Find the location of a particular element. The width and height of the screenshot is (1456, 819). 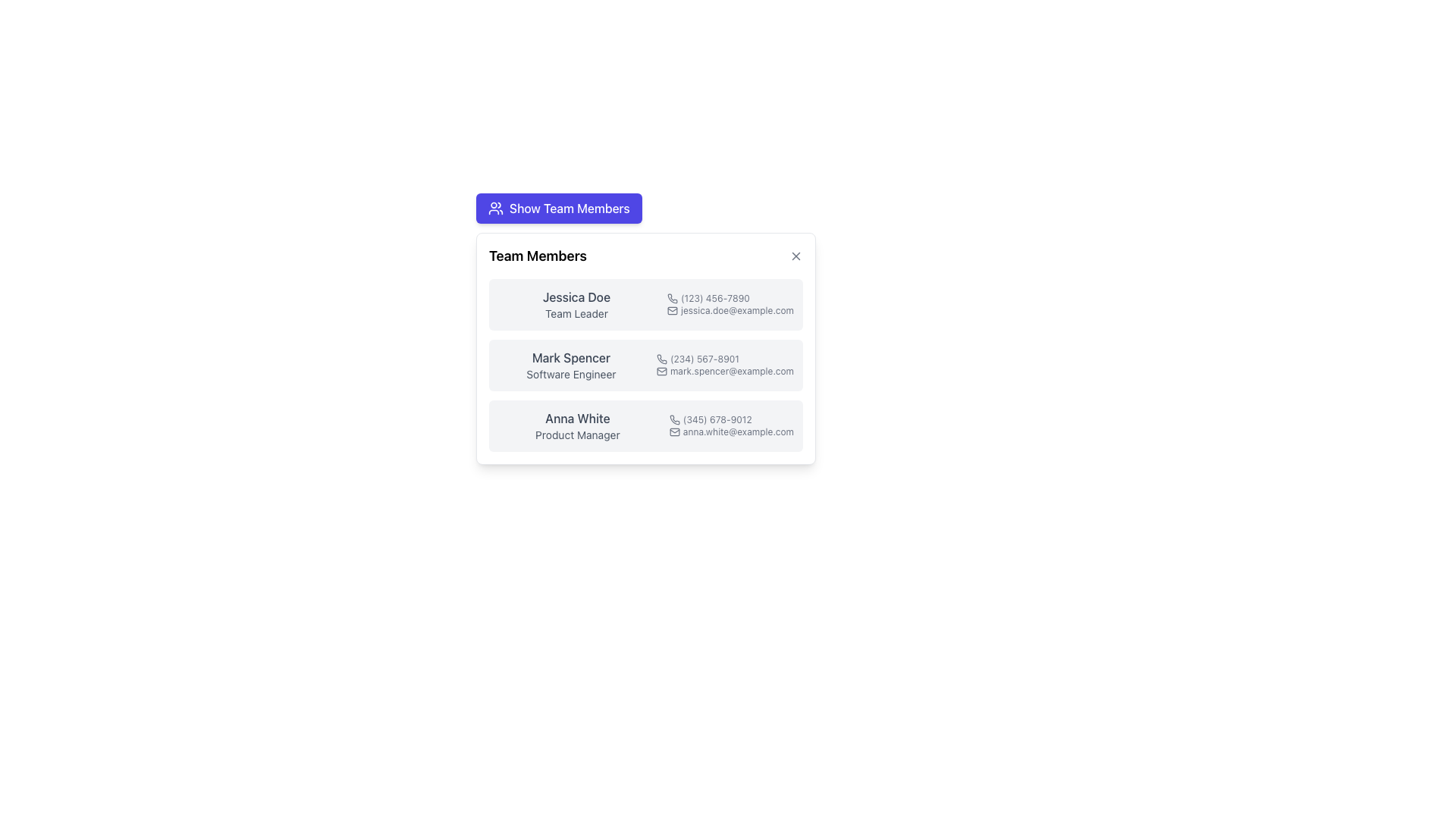

the text display for 'Anna White - Product Manager' in the third slot of the user information card within the 'Team Members' modal dialogue is located at coordinates (576, 426).